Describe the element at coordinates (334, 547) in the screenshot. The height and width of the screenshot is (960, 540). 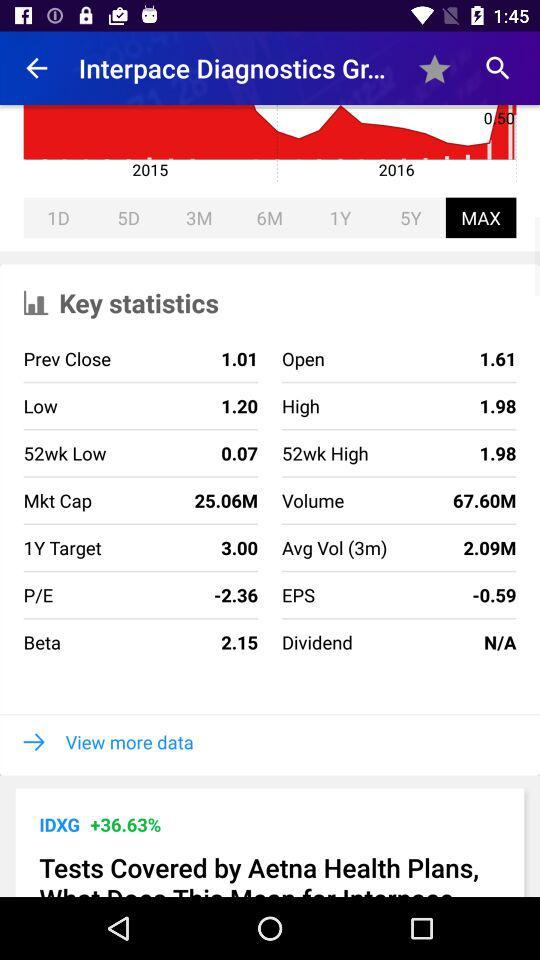
I see `the icon next to the 25.06m item` at that location.